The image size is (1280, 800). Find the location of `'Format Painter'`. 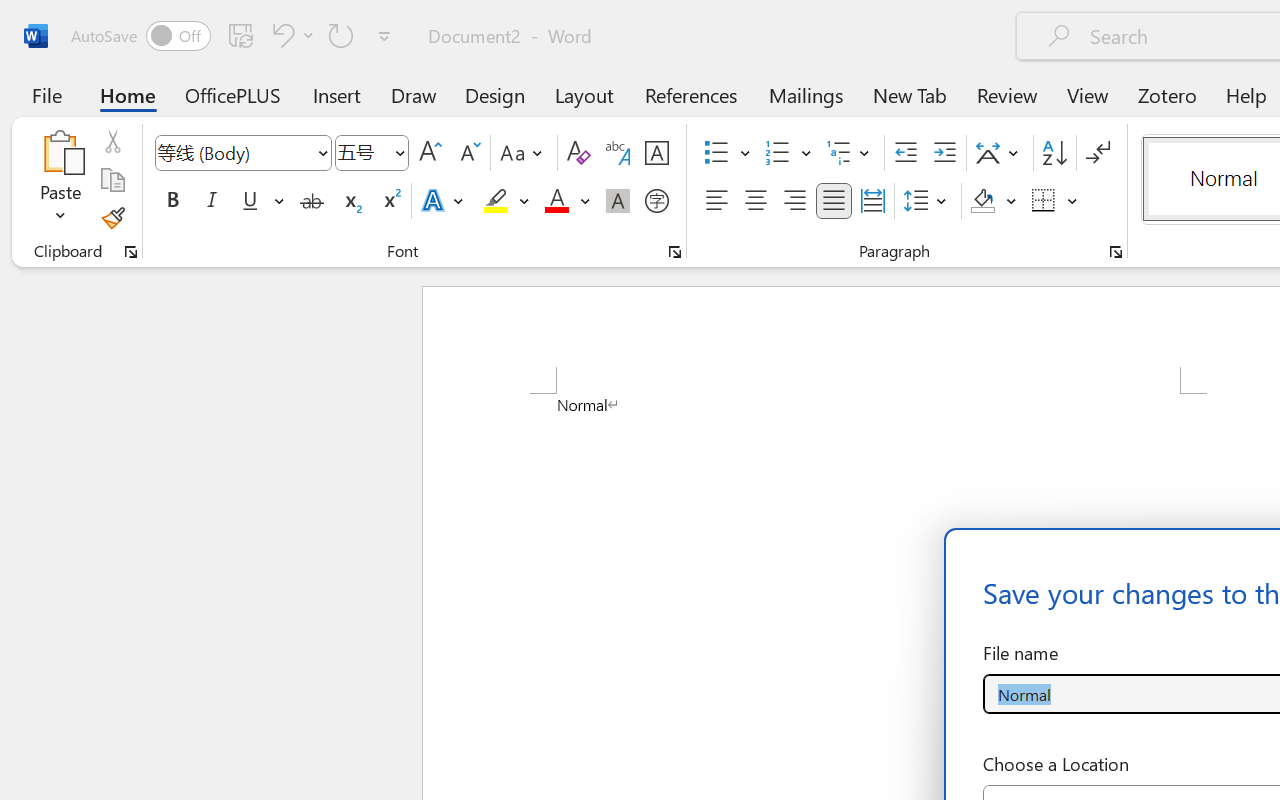

'Format Painter' is located at coordinates (111, 218).